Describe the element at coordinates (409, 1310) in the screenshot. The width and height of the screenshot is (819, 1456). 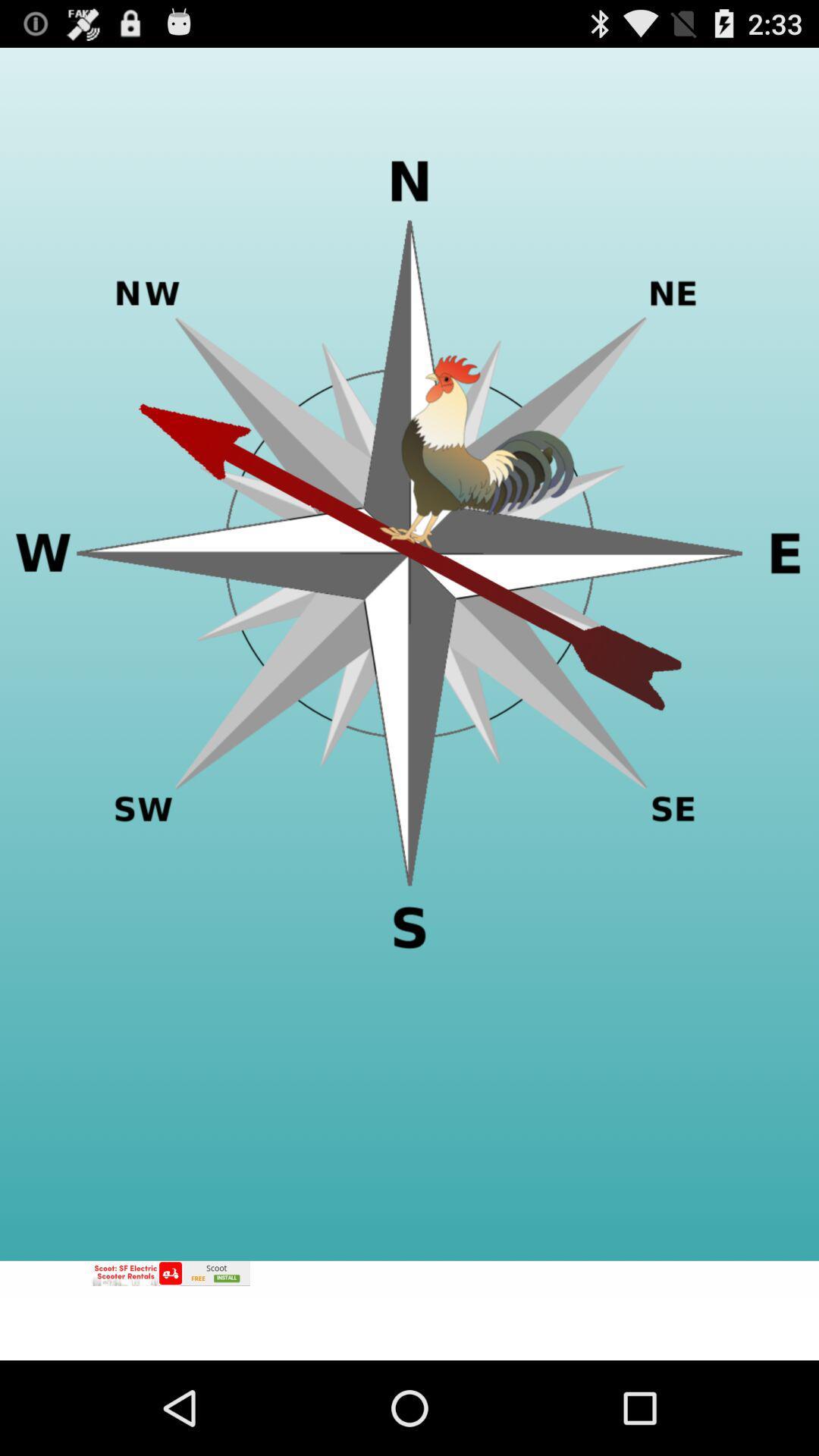
I see `advertisement portion` at that location.